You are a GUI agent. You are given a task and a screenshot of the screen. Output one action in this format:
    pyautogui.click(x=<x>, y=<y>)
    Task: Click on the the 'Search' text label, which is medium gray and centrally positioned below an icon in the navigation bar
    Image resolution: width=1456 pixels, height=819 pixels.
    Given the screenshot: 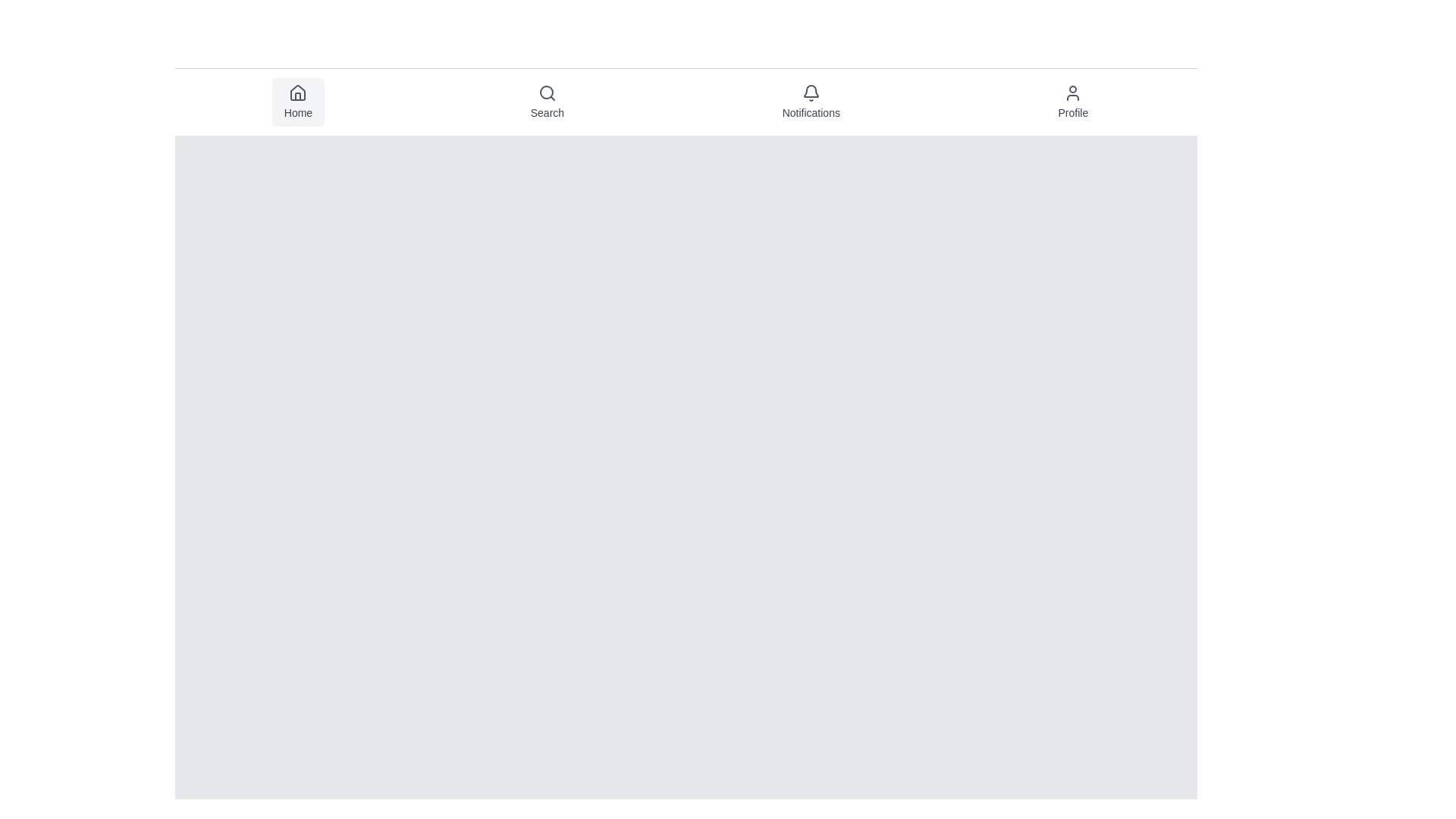 What is the action you would take?
    pyautogui.click(x=546, y=112)
    